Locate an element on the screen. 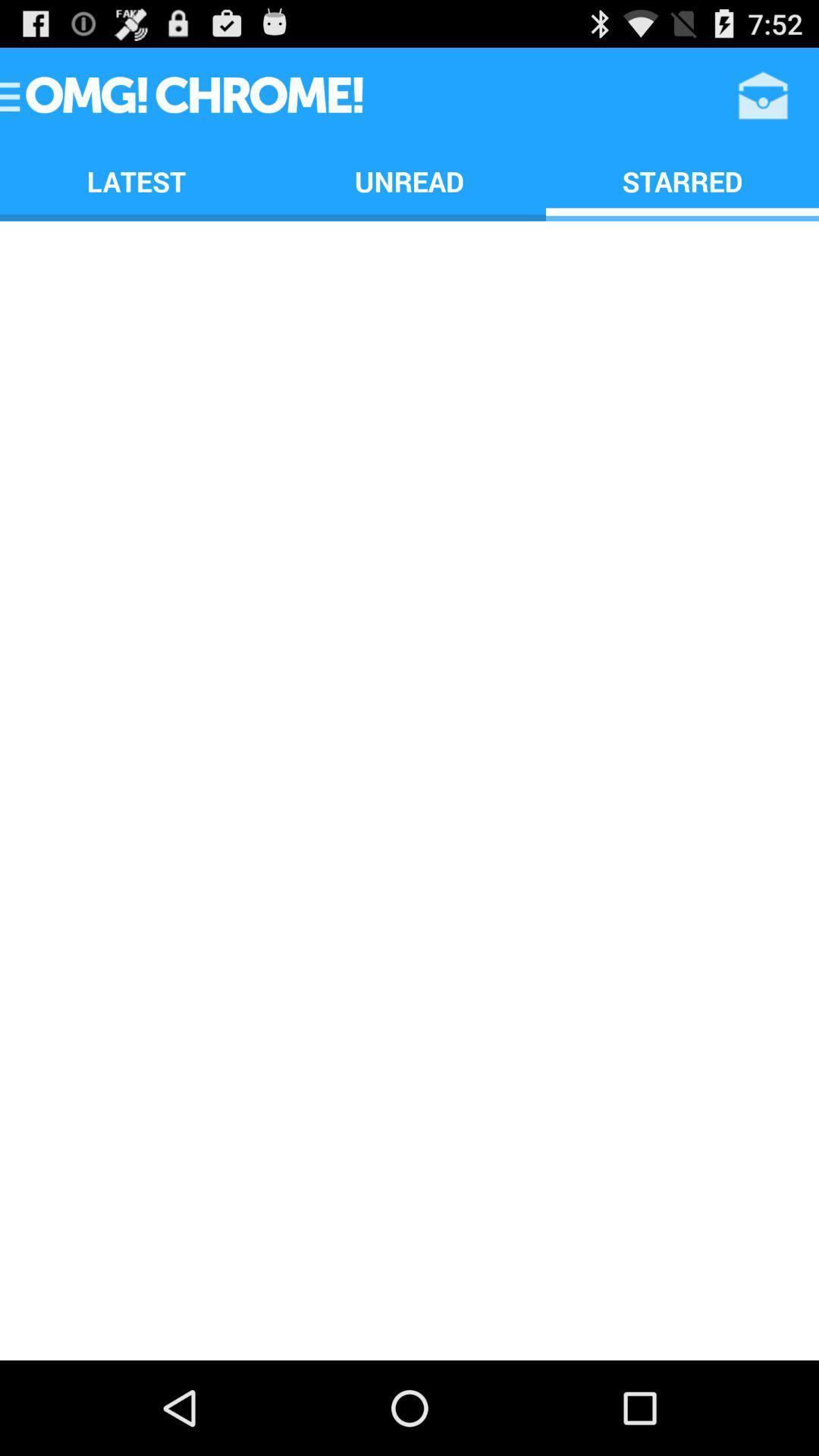 This screenshot has height=1456, width=819. app to the left of starred app is located at coordinates (409, 181).